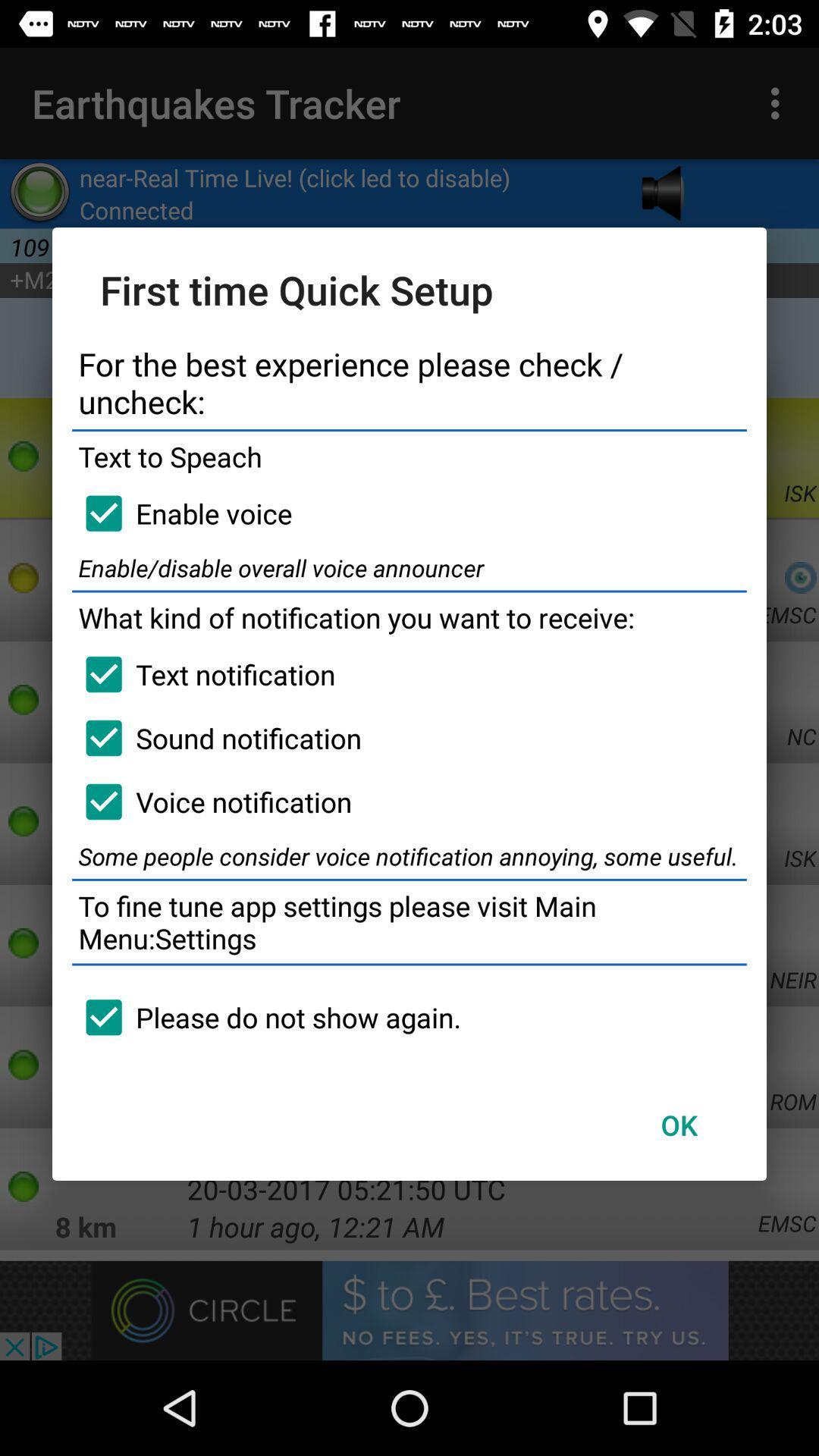 The image size is (819, 1456). Describe the element at coordinates (265, 1017) in the screenshot. I see `please do not at the bottom left corner` at that location.